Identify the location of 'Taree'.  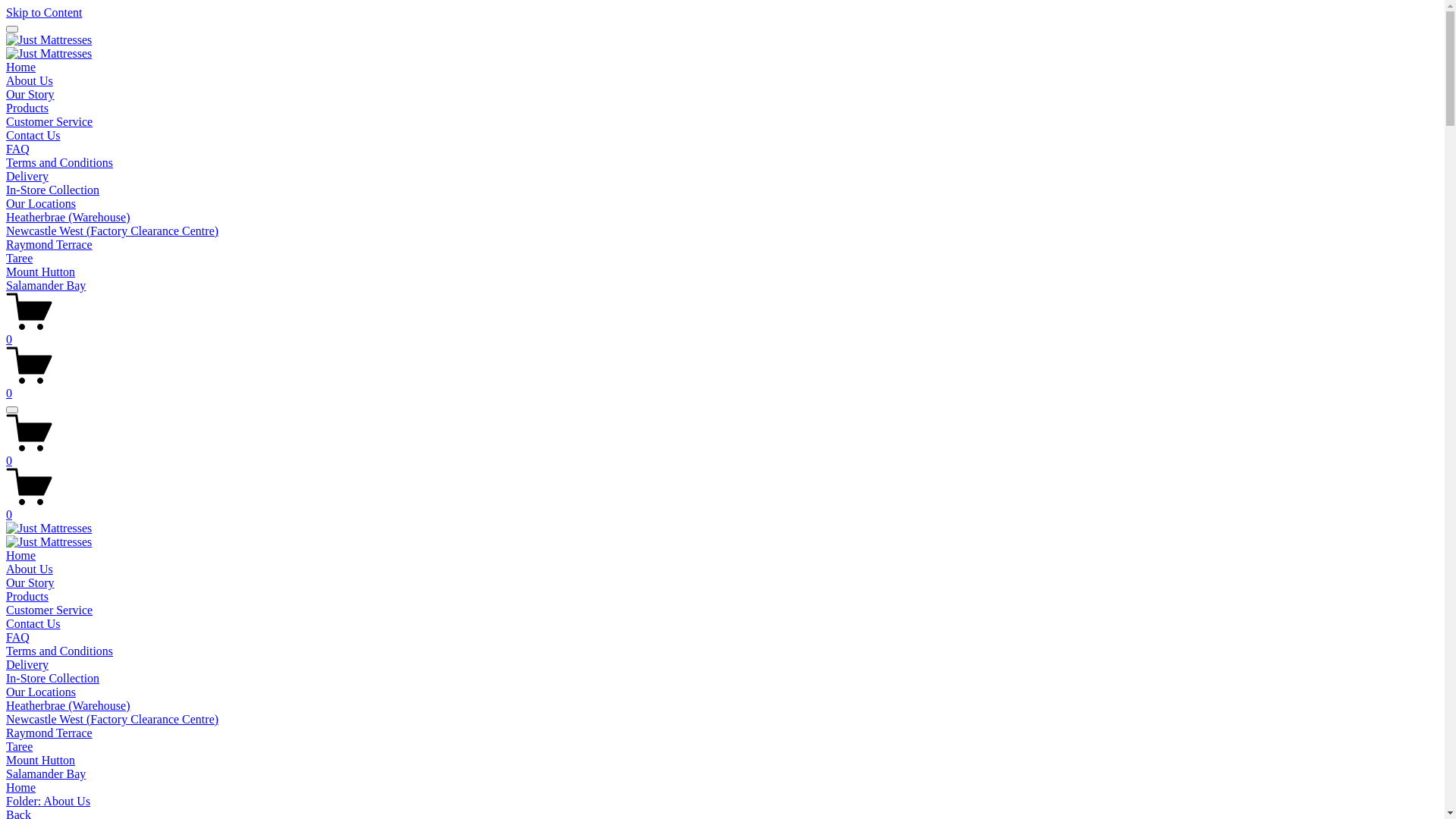
(19, 257).